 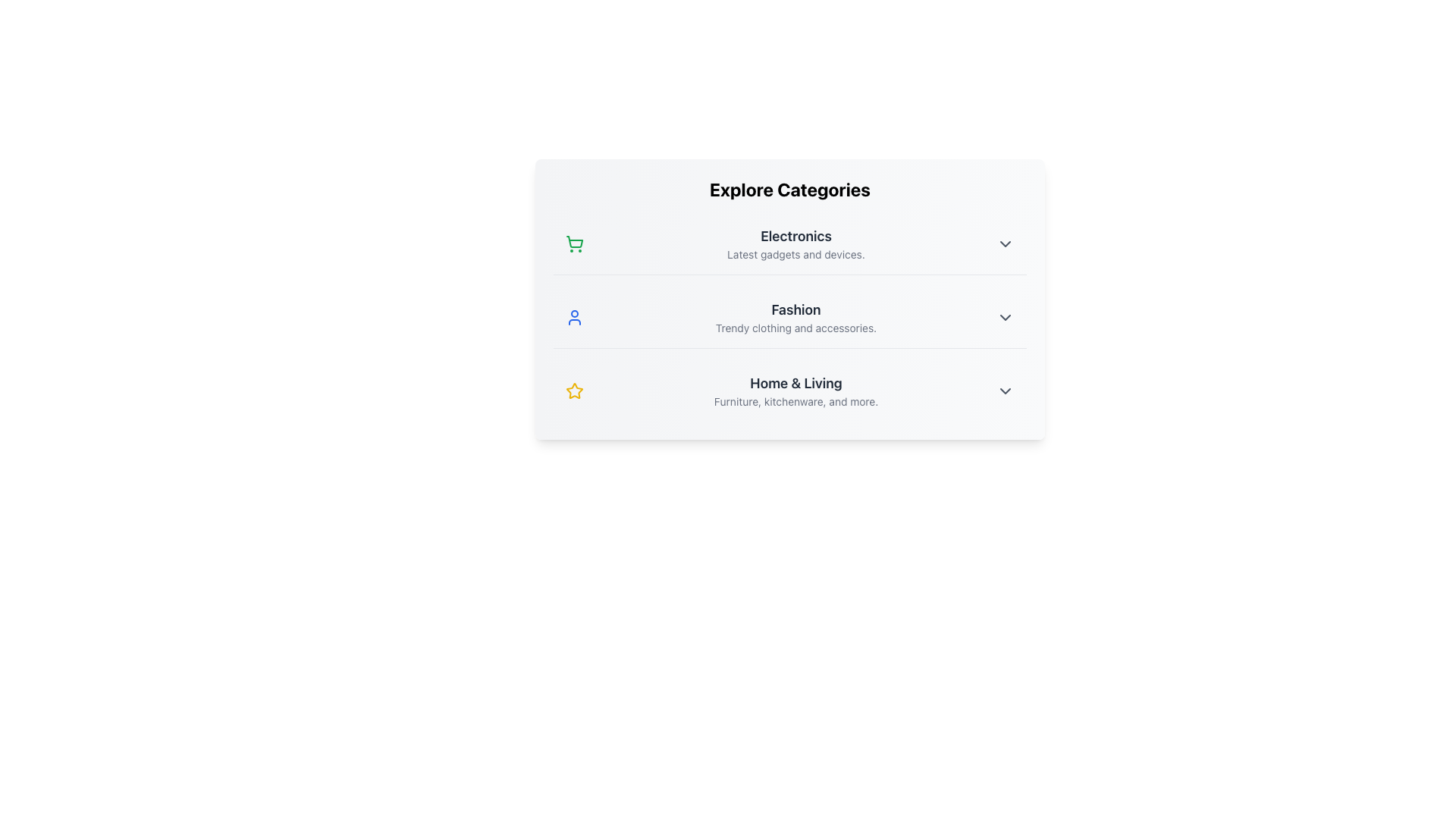 I want to click on the second item in the 'Explore Categories' section labeled 'Fashion', which has a subtitle 'Trendy clothing and accessories', so click(x=789, y=317).